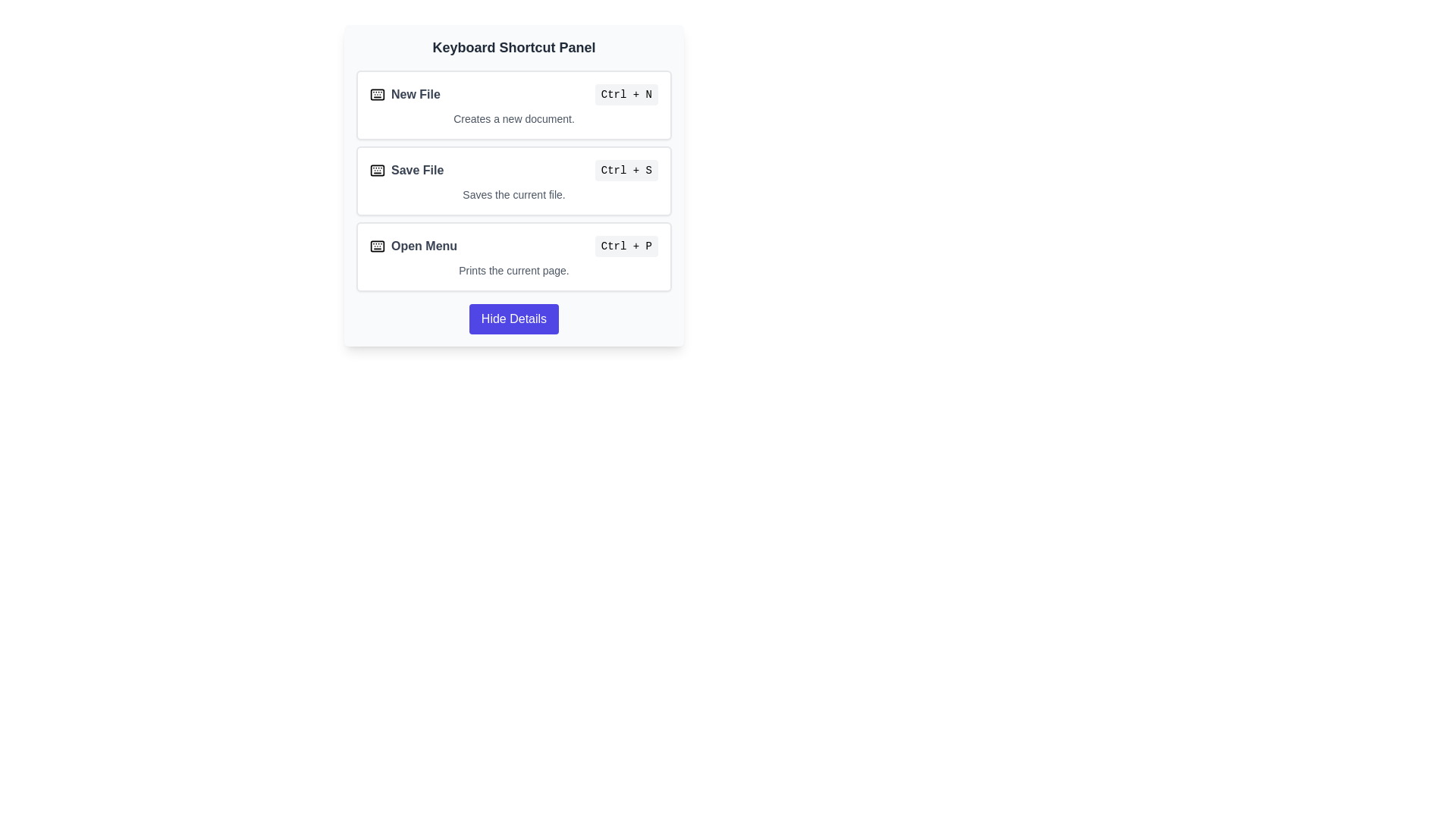 This screenshot has height=819, width=1456. What do you see at coordinates (626, 170) in the screenshot?
I see `the text label indicating the keyboard shortcut 'Ctrl + S' for the 'Save File' action, located to the far right of the 'Save File' label` at bounding box center [626, 170].